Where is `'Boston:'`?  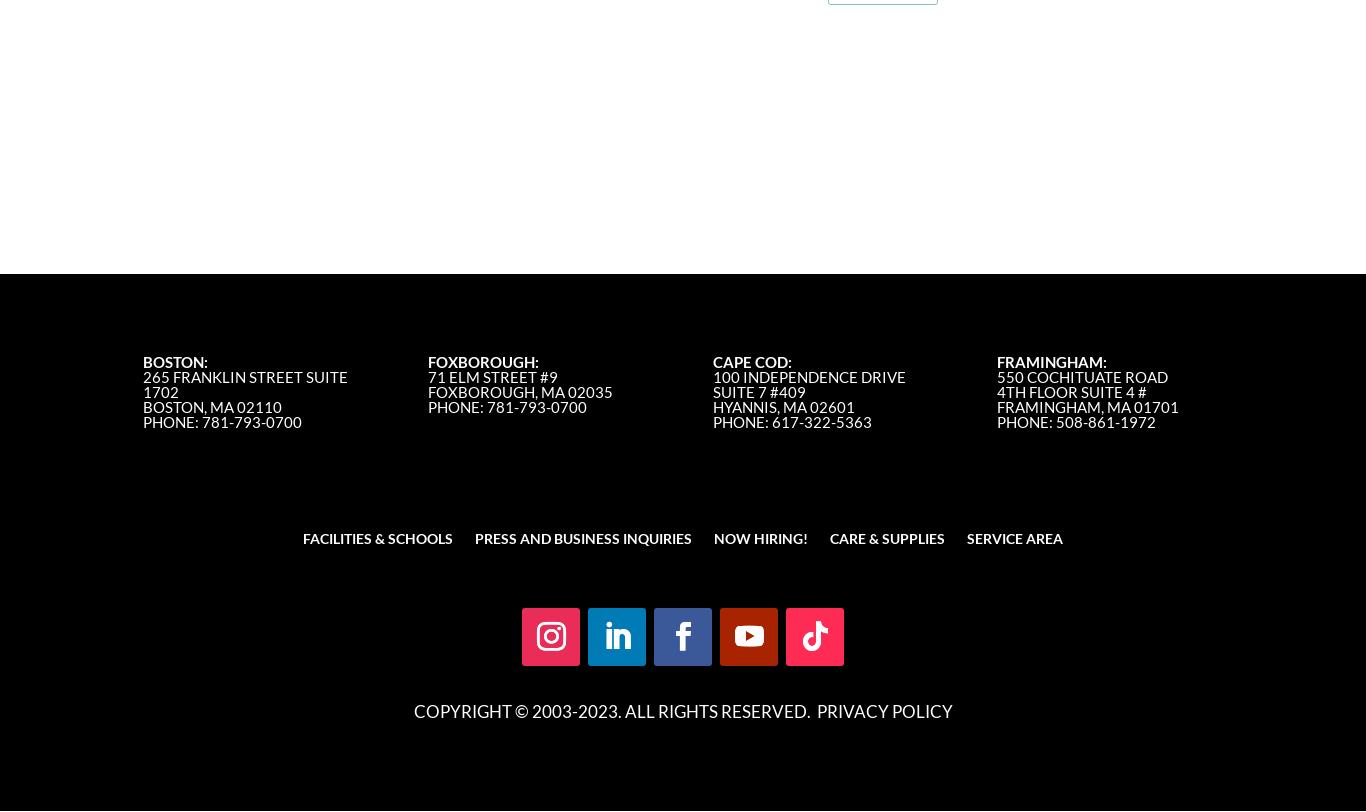 'Boston:' is located at coordinates (142, 361).